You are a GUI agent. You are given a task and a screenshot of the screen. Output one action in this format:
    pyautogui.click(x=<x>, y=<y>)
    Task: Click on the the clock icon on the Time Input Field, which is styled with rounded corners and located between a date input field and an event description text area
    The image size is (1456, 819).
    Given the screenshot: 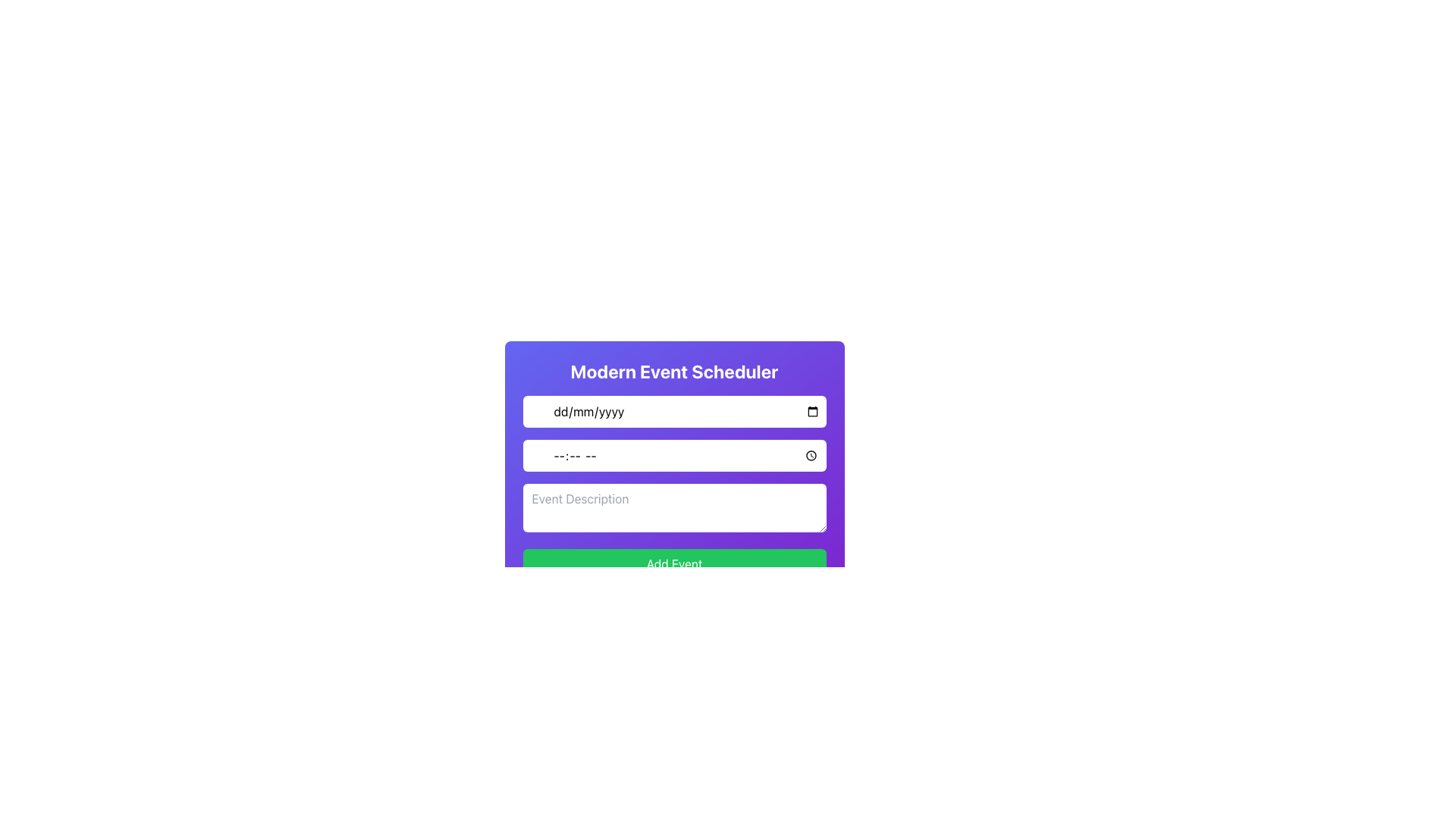 What is the action you would take?
    pyautogui.click(x=673, y=455)
    